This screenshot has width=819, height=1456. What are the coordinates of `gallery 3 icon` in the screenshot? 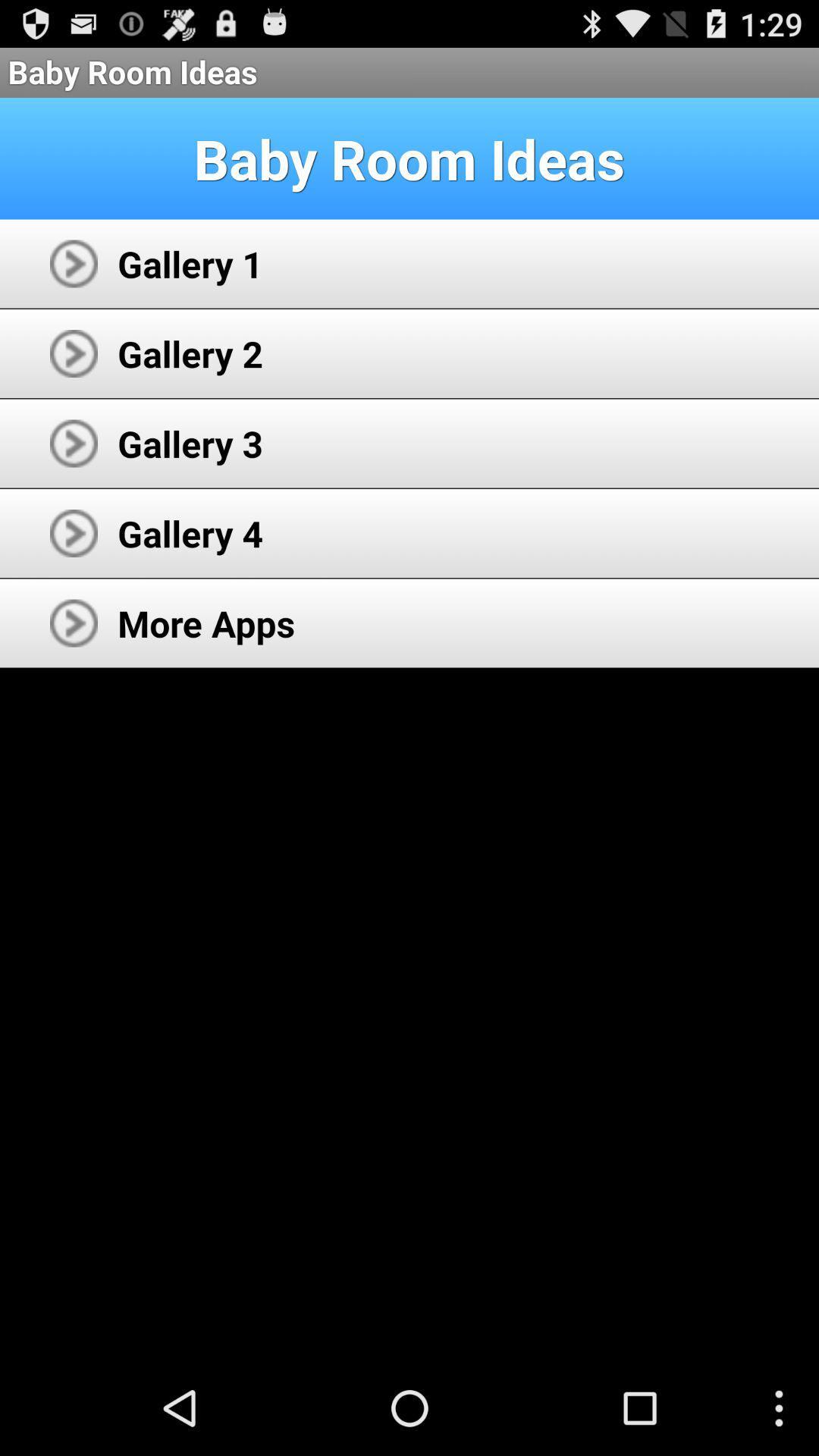 It's located at (190, 443).